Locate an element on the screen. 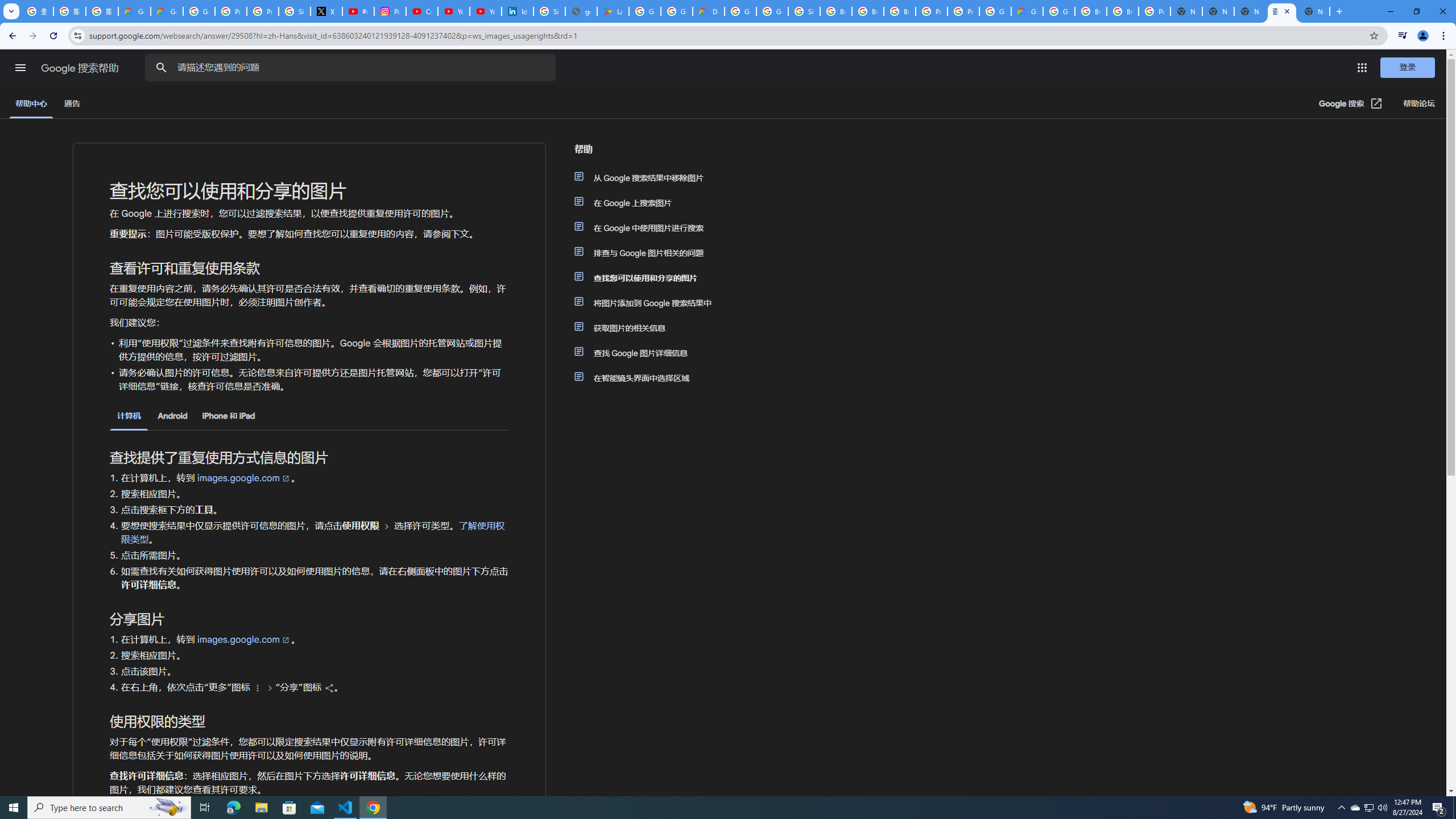 The height and width of the screenshot is (819, 1456). 'Control your music, videos, and more' is located at coordinates (1403, 35).